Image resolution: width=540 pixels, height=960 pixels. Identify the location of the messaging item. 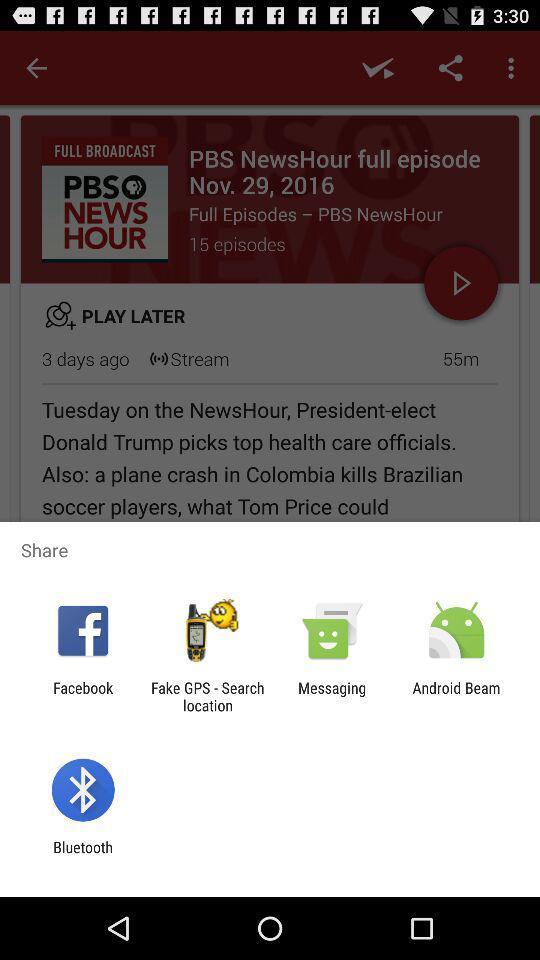
(332, 696).